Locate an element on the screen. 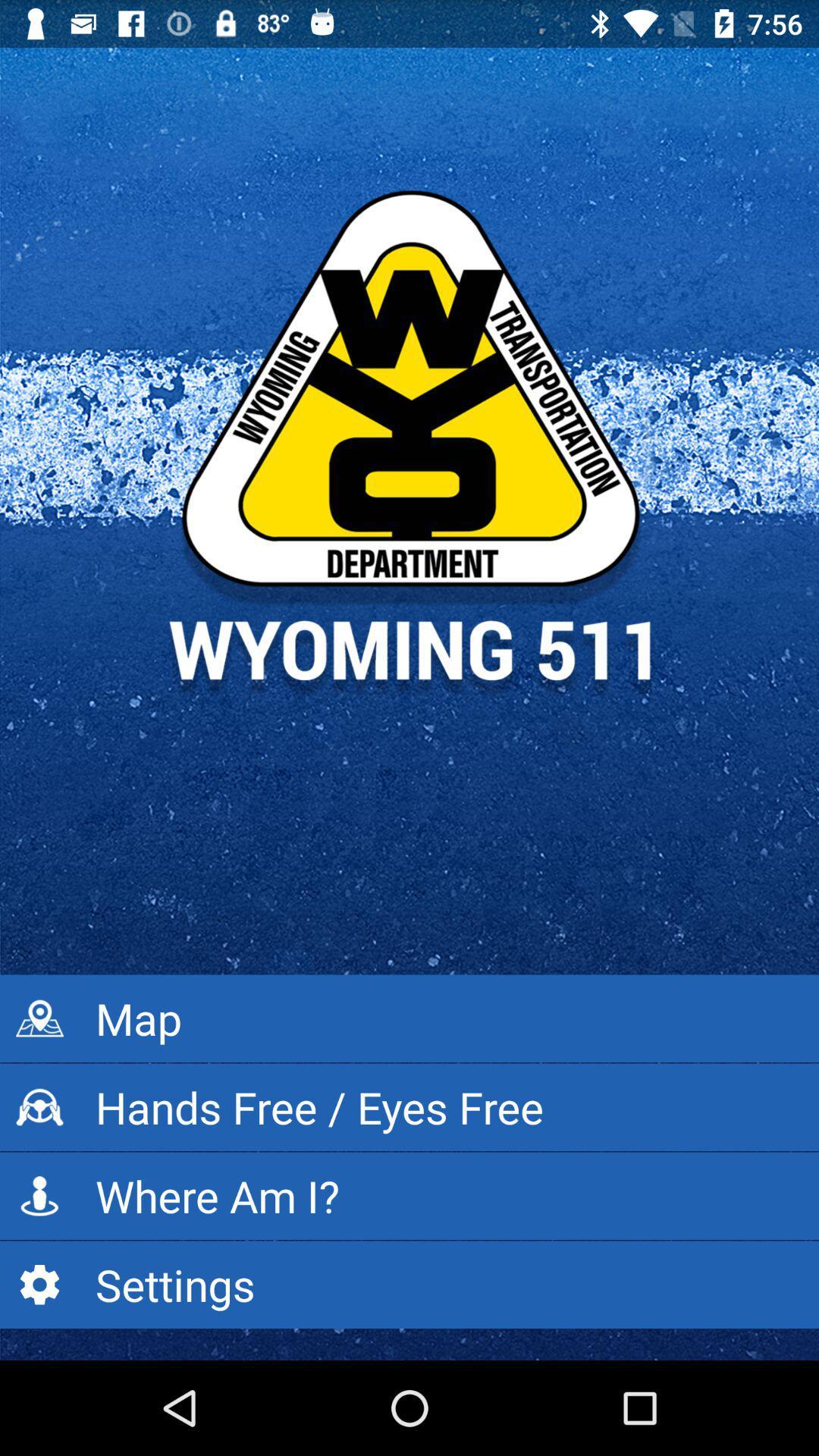  the app above hands free eyes app is located at coordinates (409, 1018).